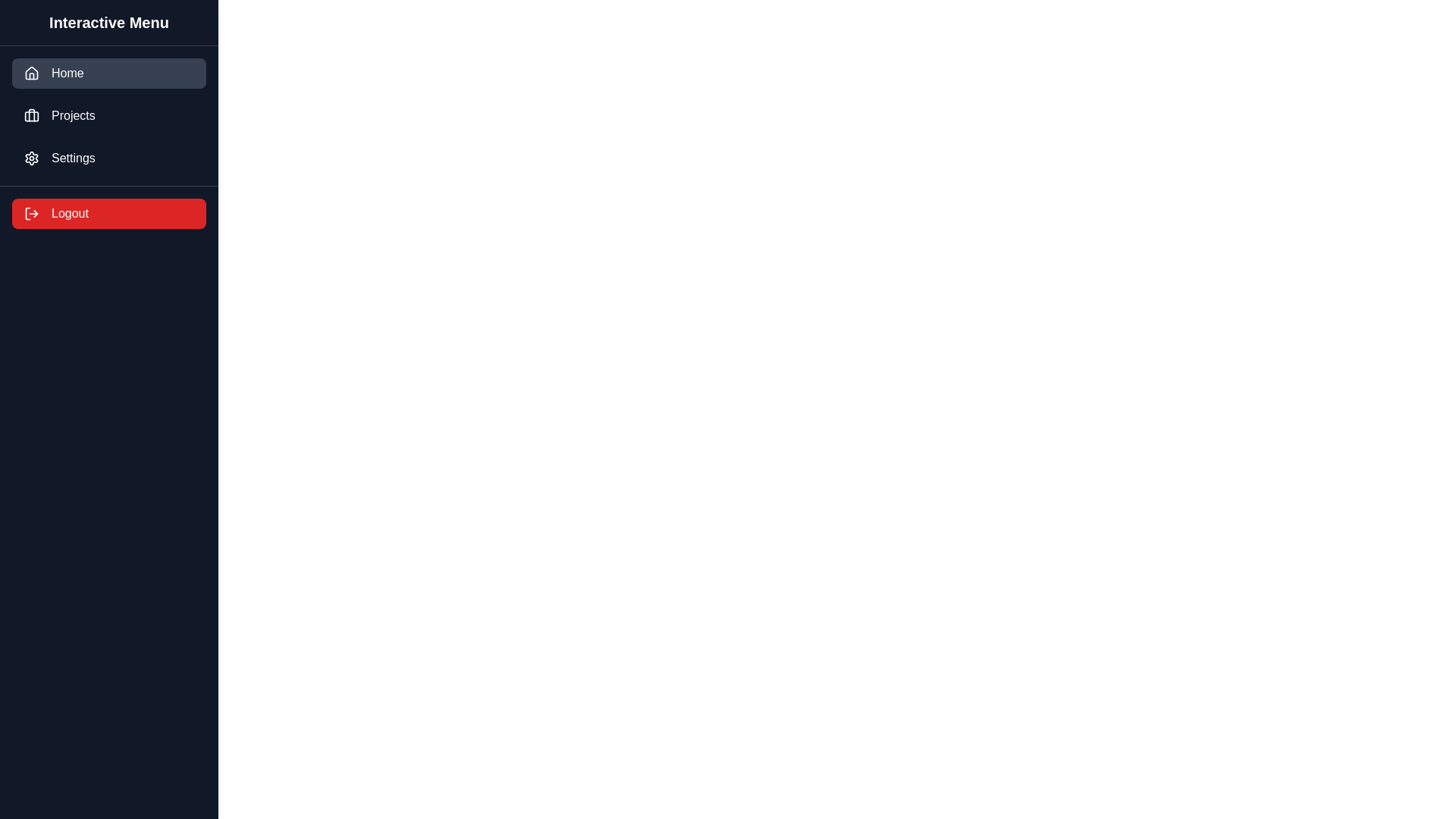 This screenshot has width=1456, height=819. I want to click on the gear-shaped icon located in the left sidebar menu, near the 'Settings' option, so click(32, 158).